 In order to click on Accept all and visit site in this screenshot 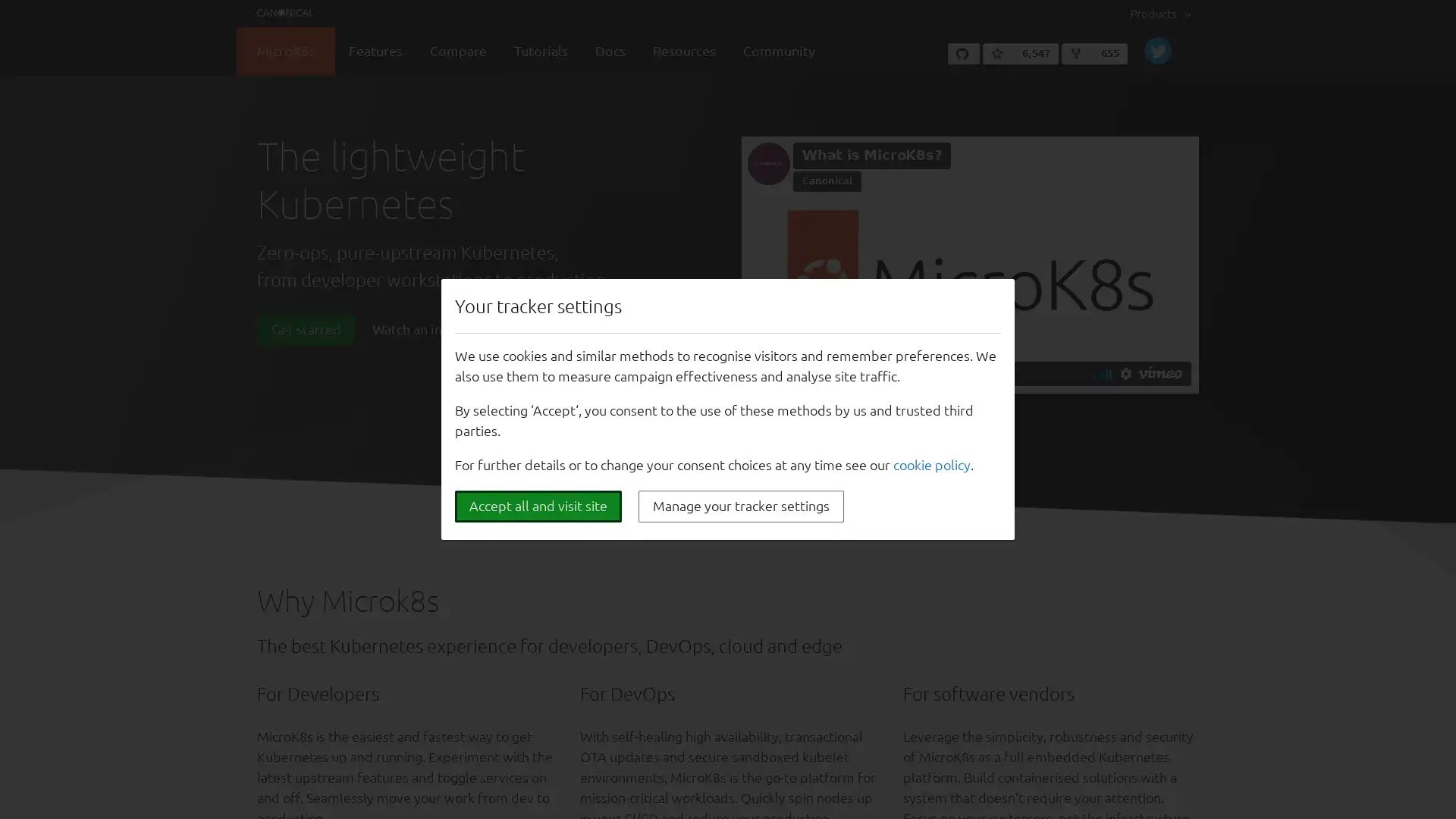, I will do `click(538, 506)`.